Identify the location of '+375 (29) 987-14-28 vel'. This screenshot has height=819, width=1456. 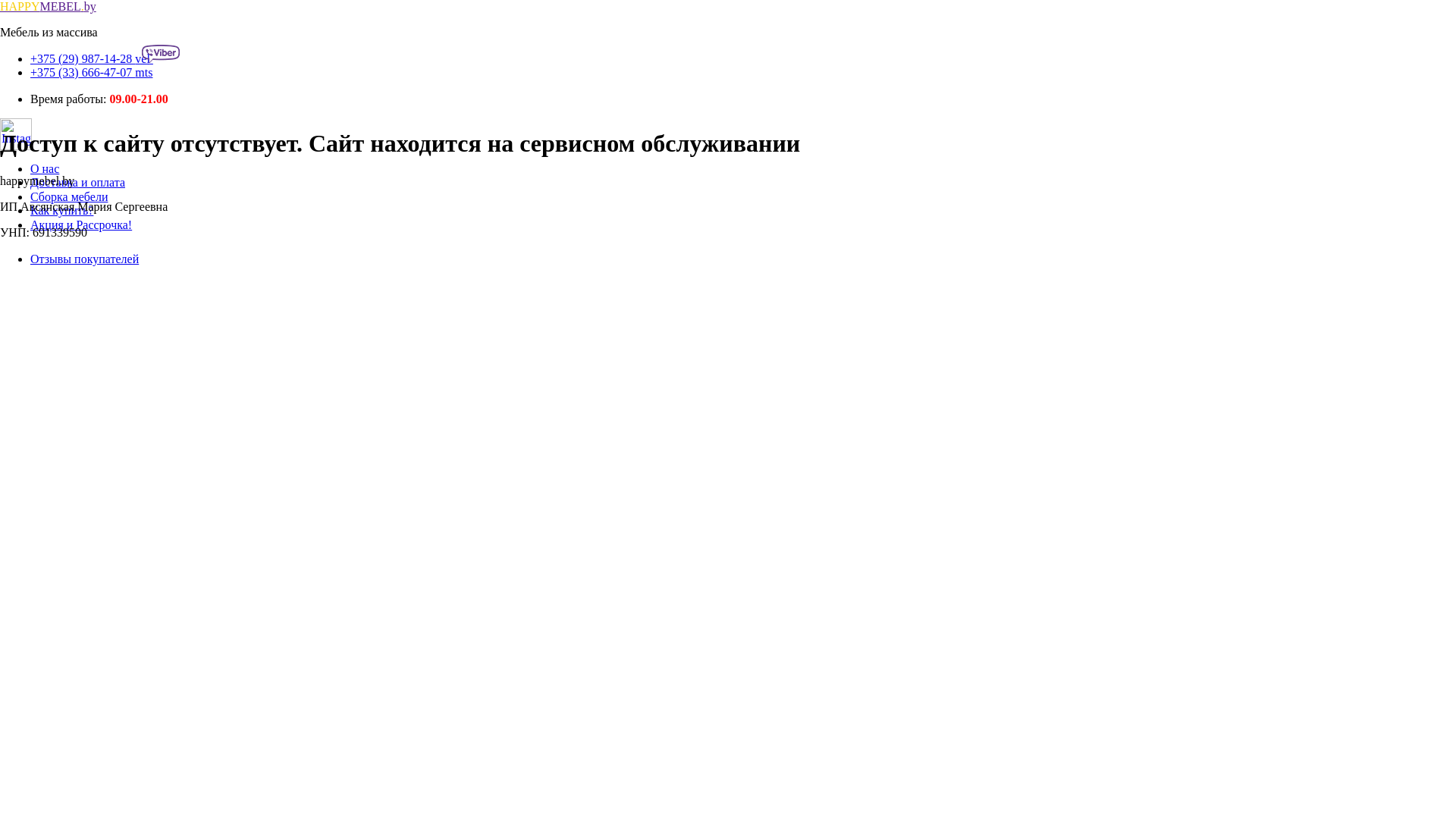
(104, 58).